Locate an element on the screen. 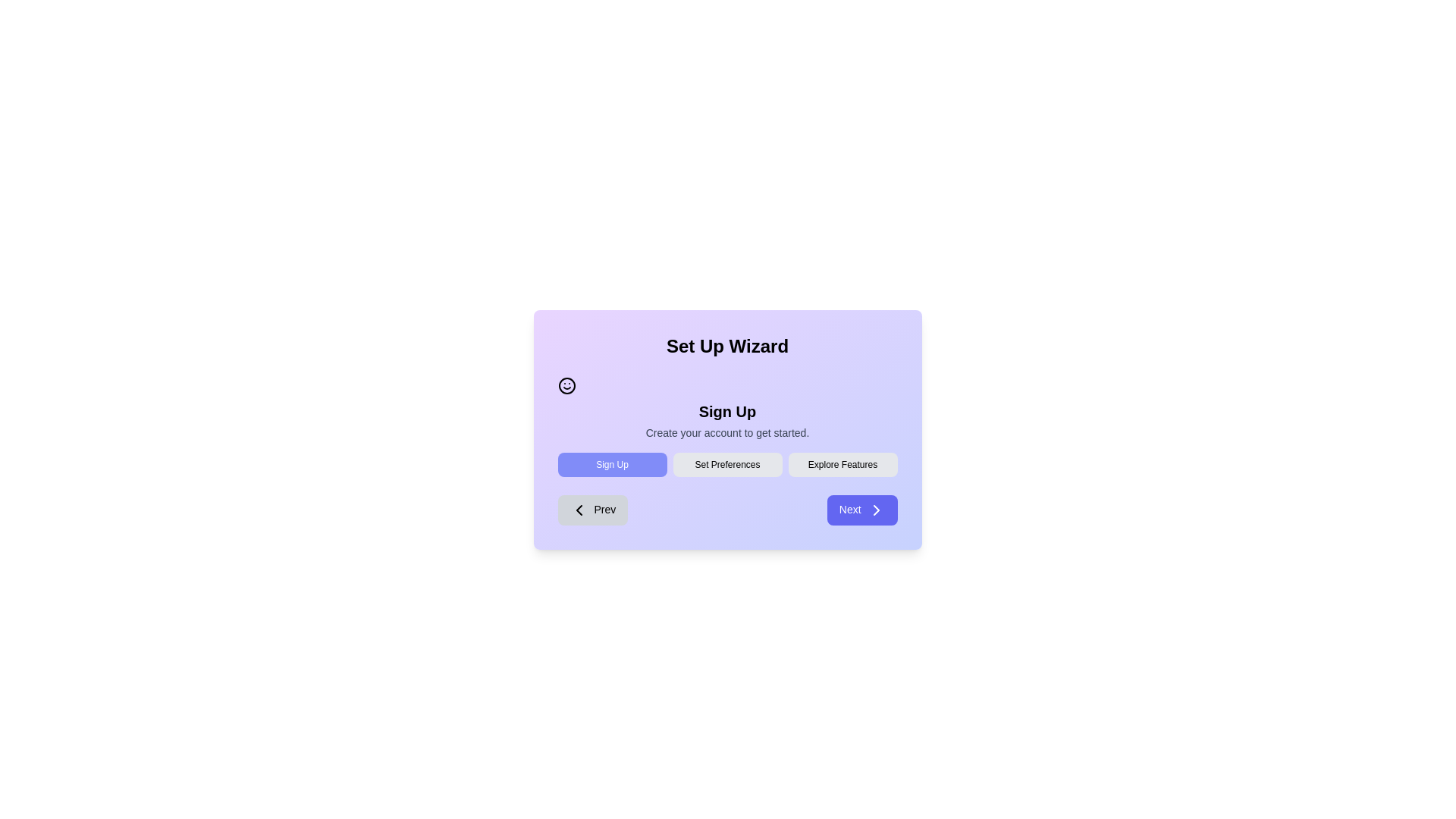 The image size is (1456, 819). the second button in a sequence of three horizontally aligned buttons, positioned between the 'Sign Up' button and the 'Explore Features' button, to change its appearance is located at coordinates (726, 464).